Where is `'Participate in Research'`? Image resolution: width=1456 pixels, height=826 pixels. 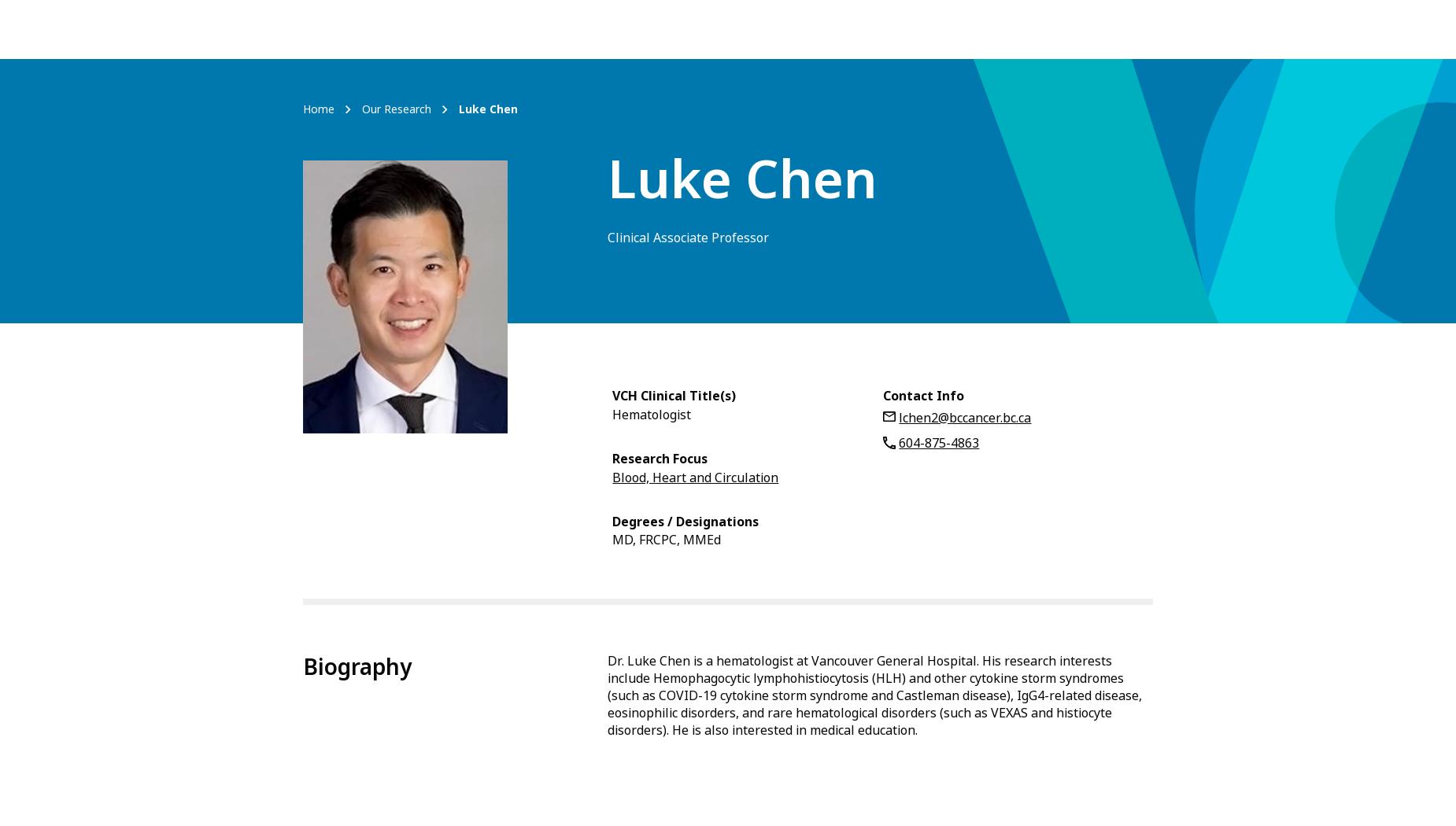
'Participate in Research' is located at coordinates (906, 28).